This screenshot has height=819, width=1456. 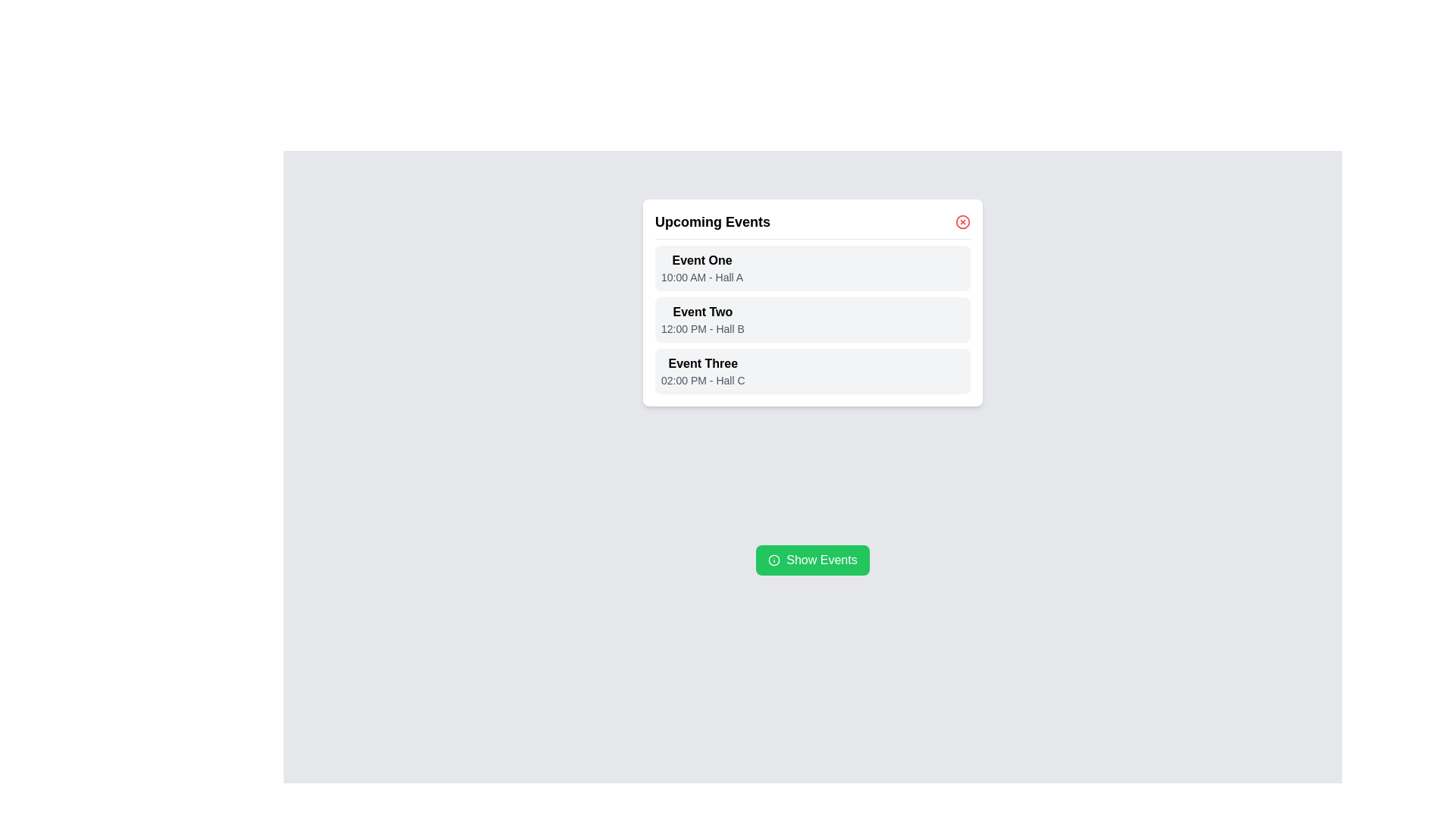 What do you see at coordinates (701, 278) in the screenshot?
I see `the Text label displaying time and location details for 'Event One', which is located below the text 'Event One' in the 'Upcoming Events' card` at bounding box center [701, 278].